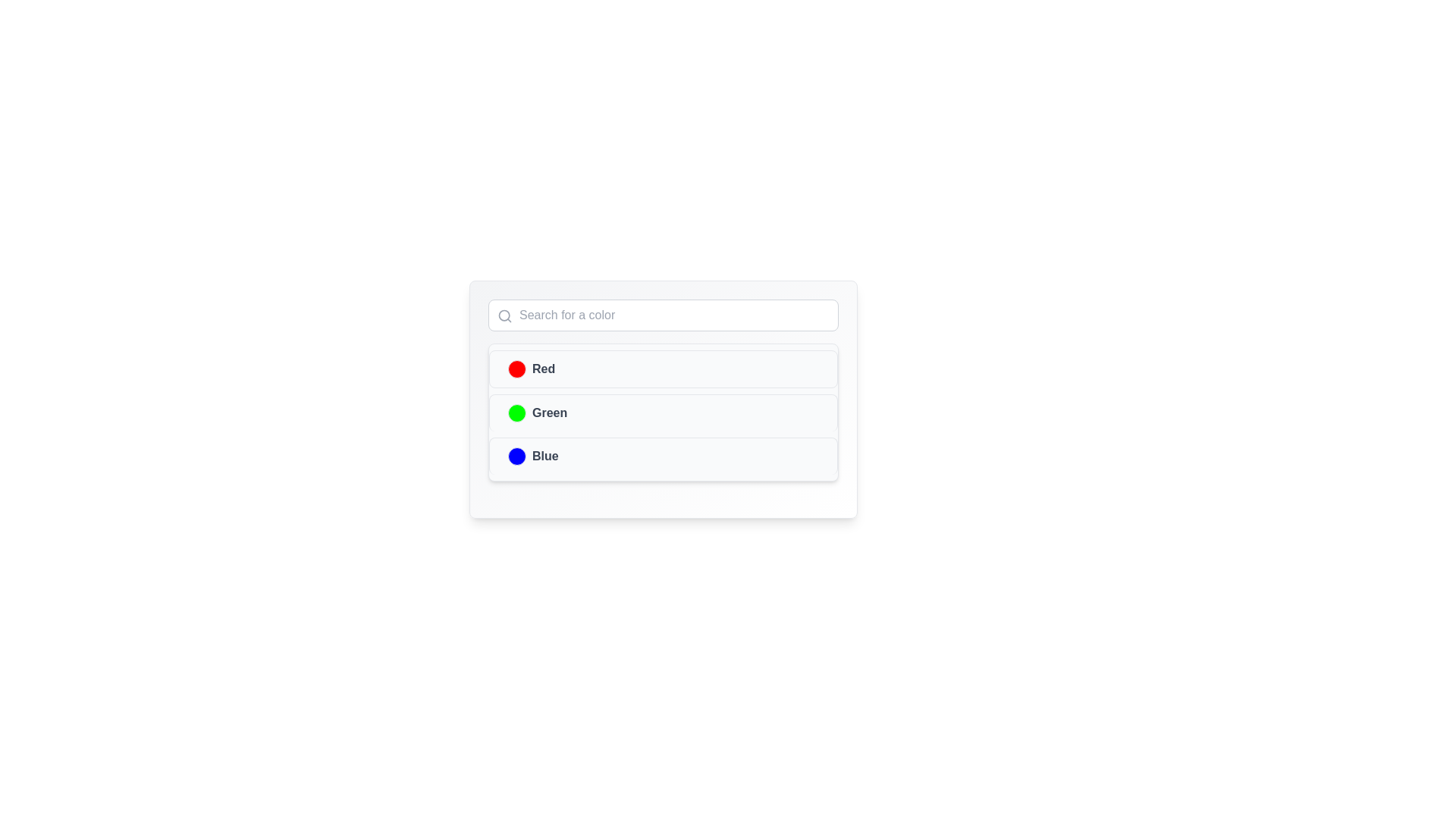 This screenshot has height=819, width=1456. I want to click on the text label 'Blue', so click(545, 455).